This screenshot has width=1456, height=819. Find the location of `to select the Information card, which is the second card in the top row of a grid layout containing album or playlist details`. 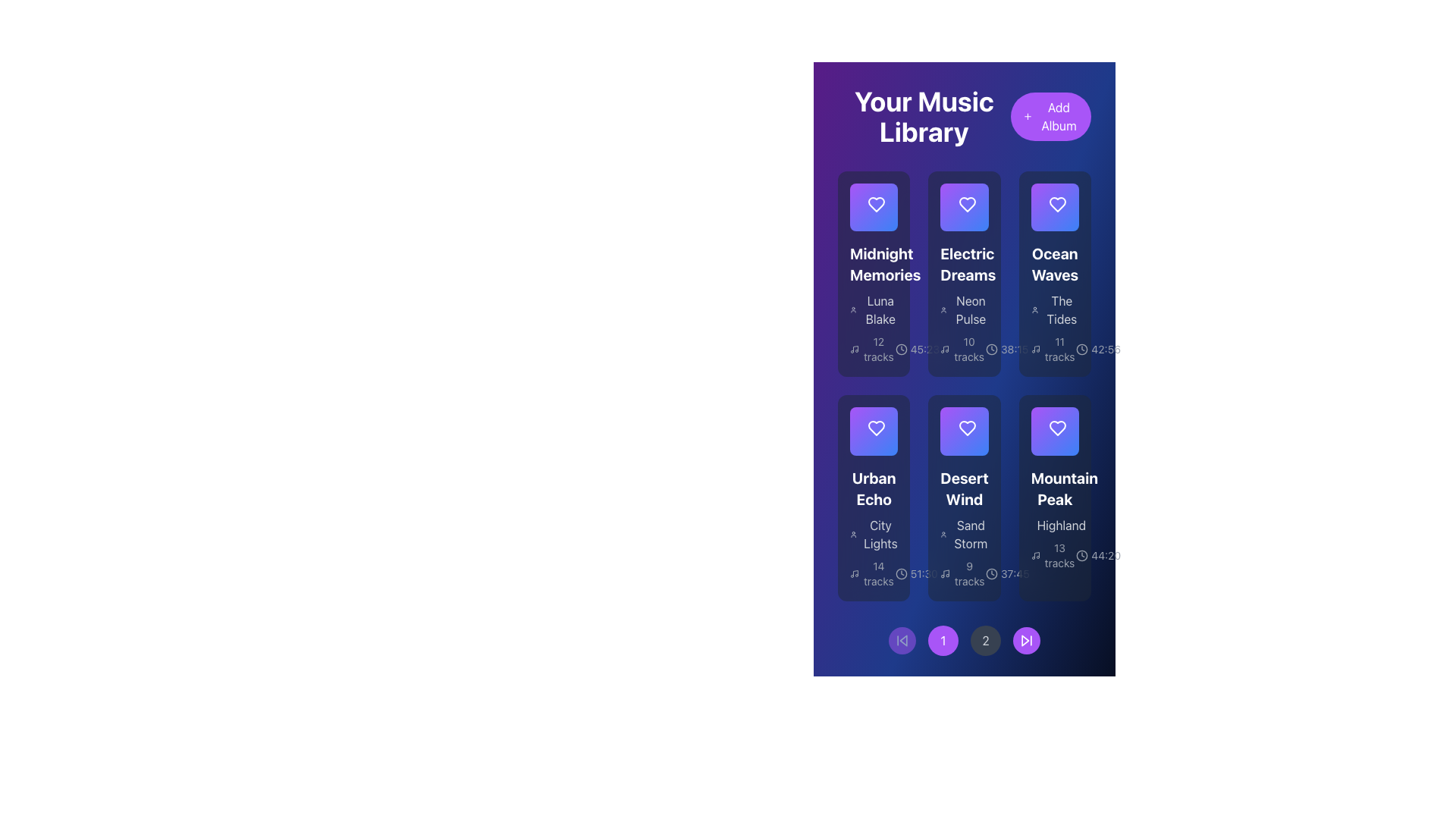

to select the Information card, which is the second card in the top row of a grid layout containing album or playlist details is located at coordinates (964, 274).